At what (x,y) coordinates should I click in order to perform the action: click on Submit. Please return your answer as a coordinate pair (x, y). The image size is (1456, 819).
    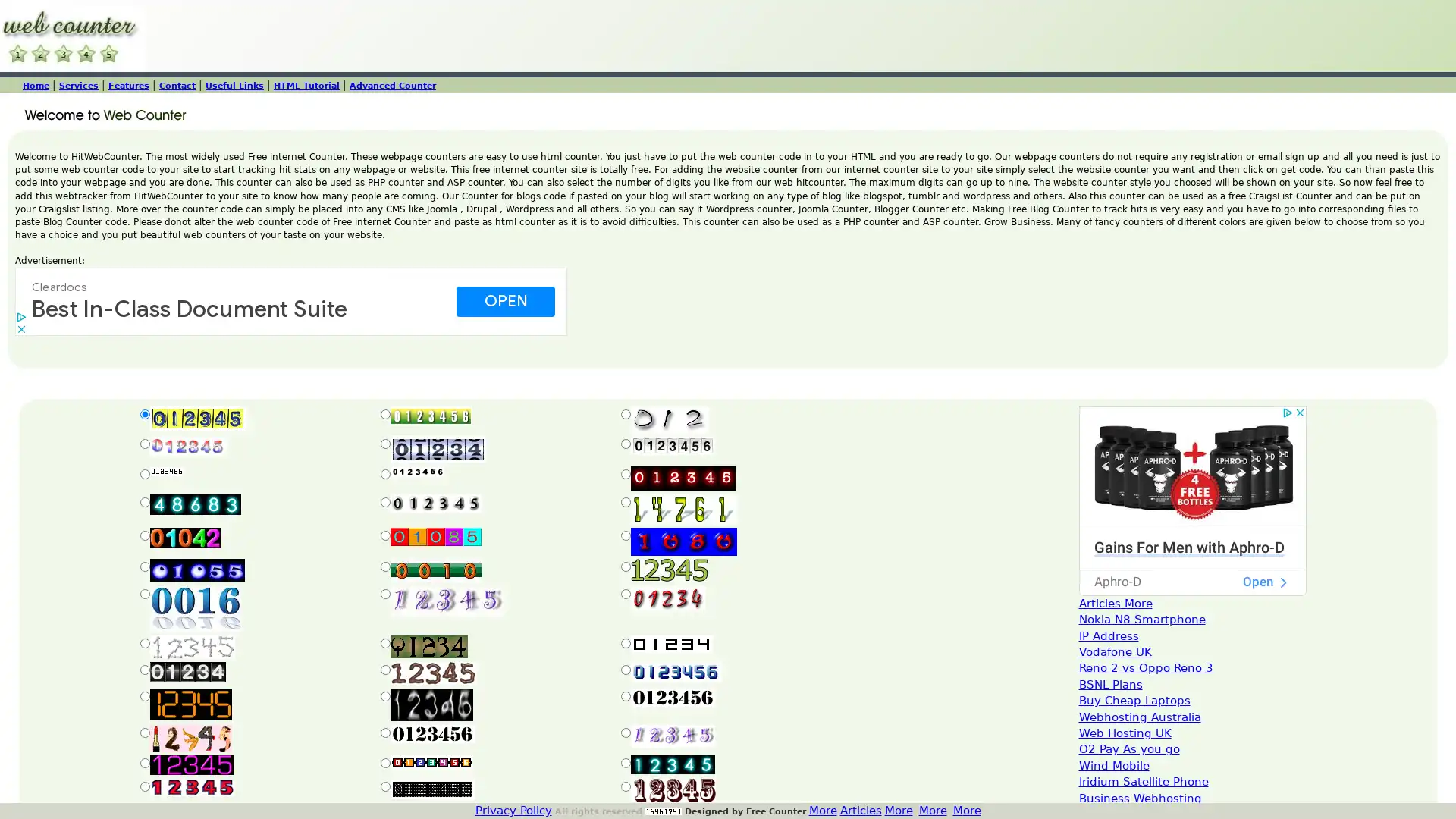
    Looking at the image, I should click on (675, 671).